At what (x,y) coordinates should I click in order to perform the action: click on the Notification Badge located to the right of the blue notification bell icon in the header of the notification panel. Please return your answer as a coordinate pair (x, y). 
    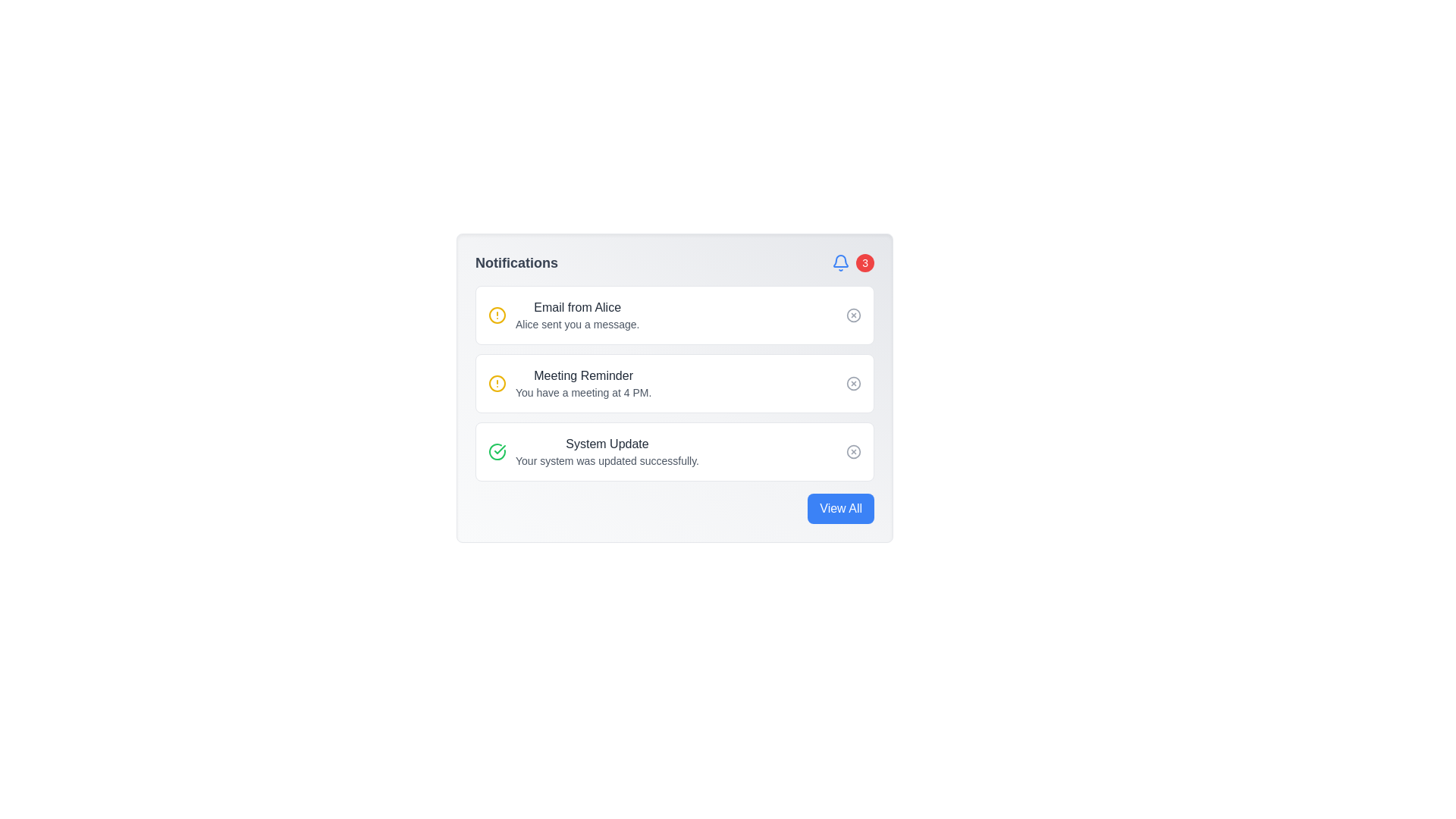
    Looking at the image, I should click on (865, 262).